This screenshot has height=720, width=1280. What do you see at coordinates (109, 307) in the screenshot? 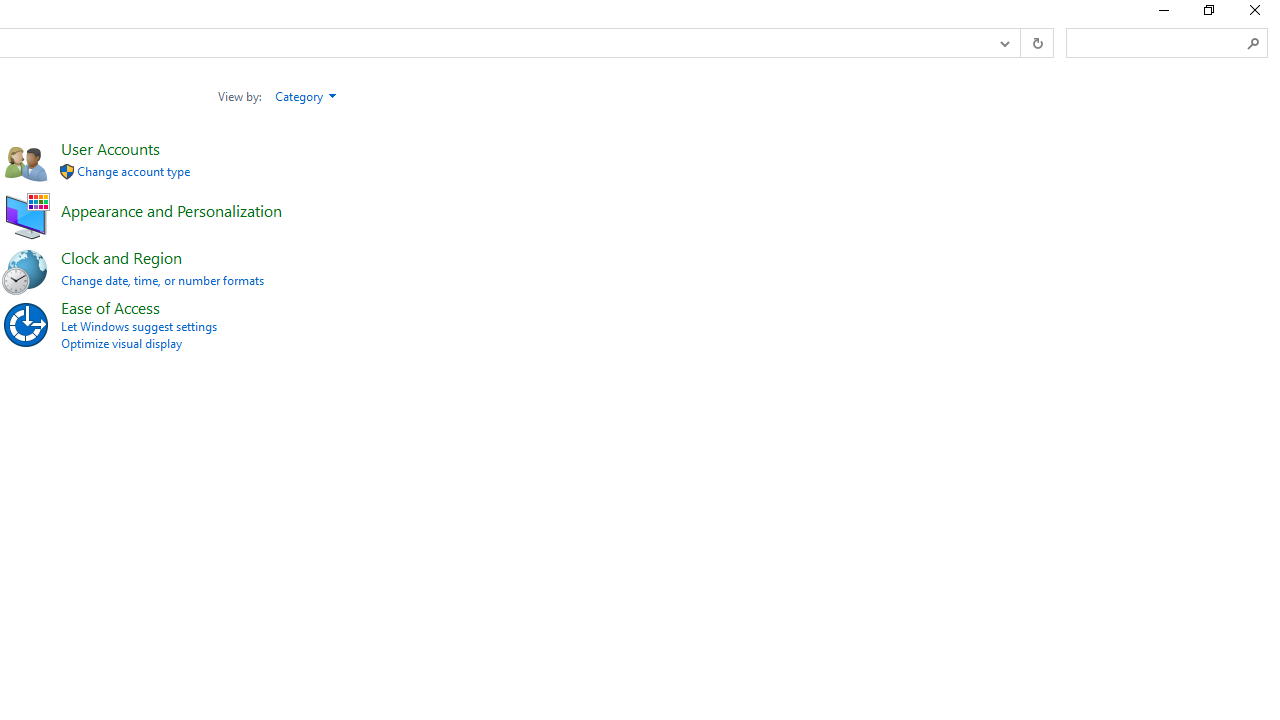
I see `'Ease of Access'` at bounding box center [109, 307].